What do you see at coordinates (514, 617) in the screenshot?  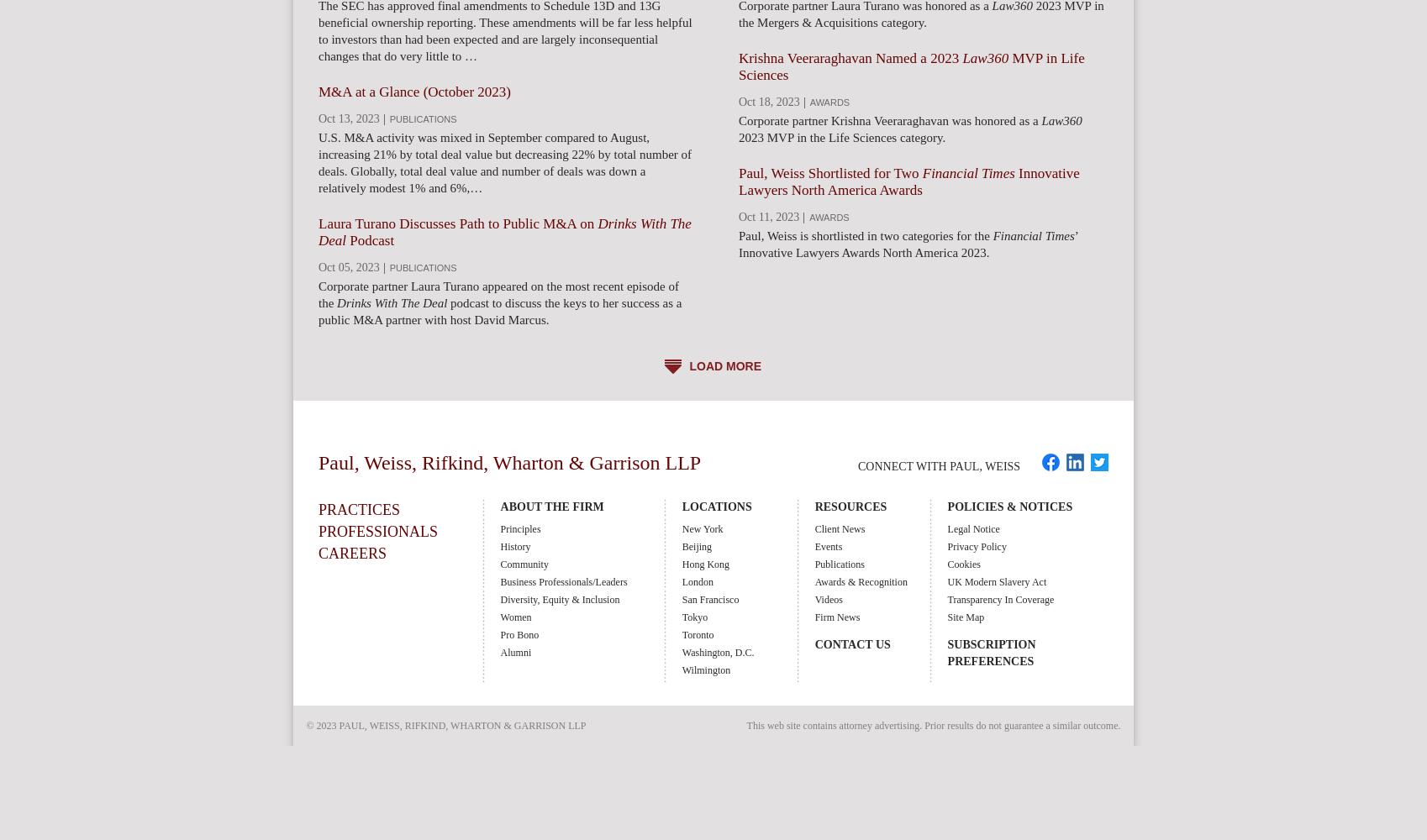 I see `'Women'` at bounding box center [514, 617].